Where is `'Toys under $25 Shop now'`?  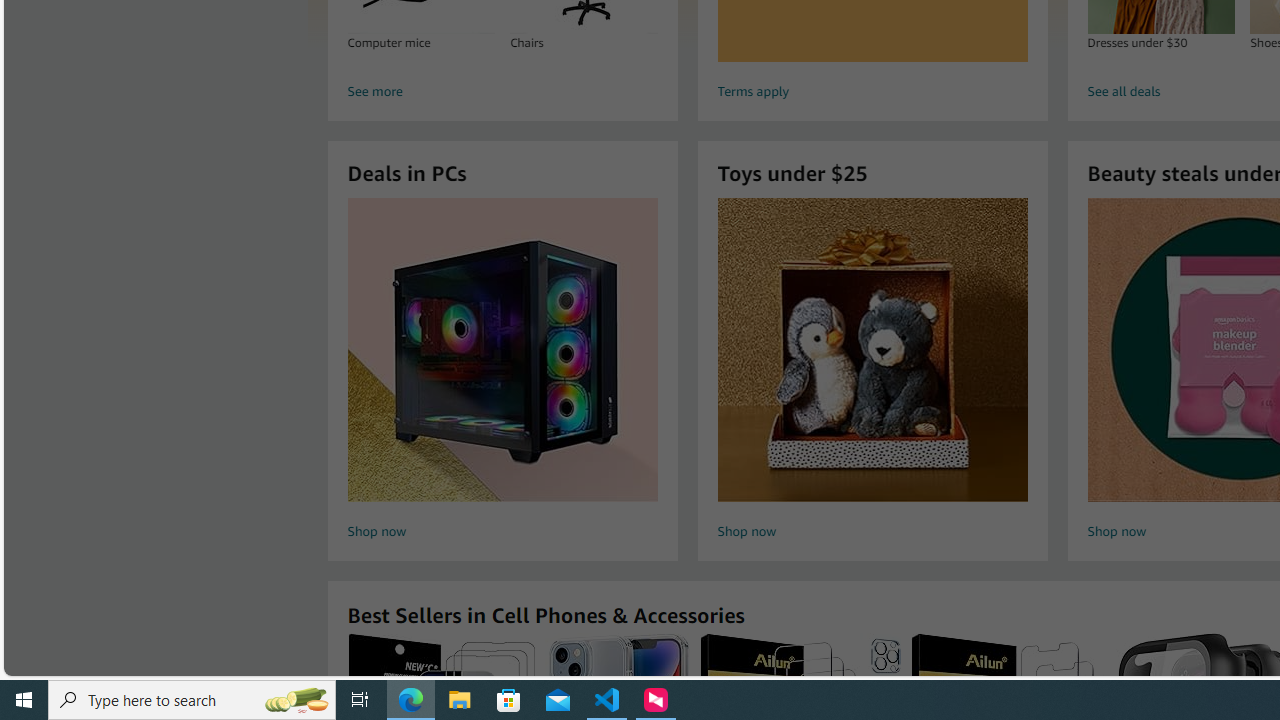 'Toys under $25 Shop now' is located at coordinates (872, 371).